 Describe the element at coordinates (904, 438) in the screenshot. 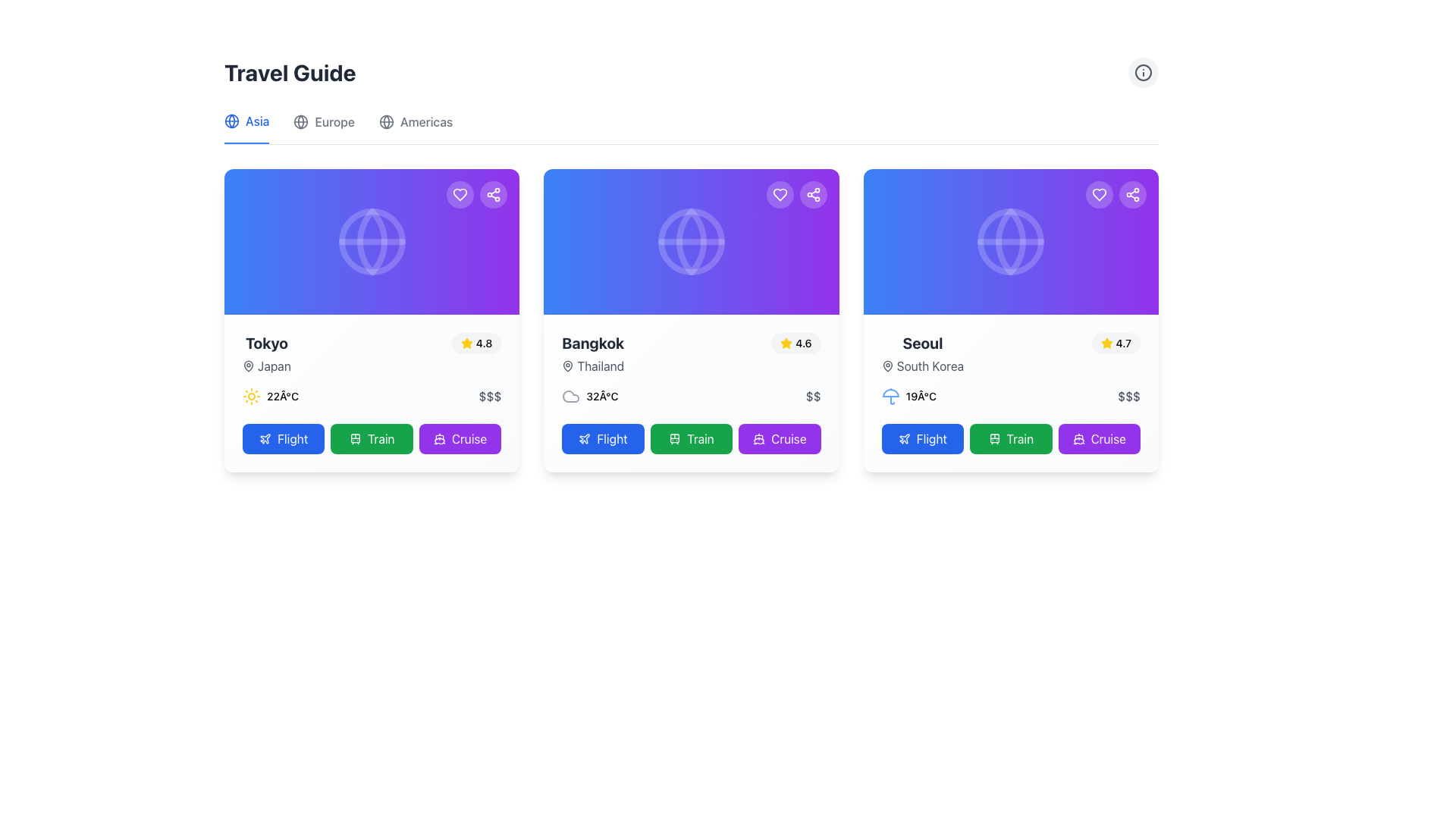

I see `the airplane vector graphic icon` at that location.